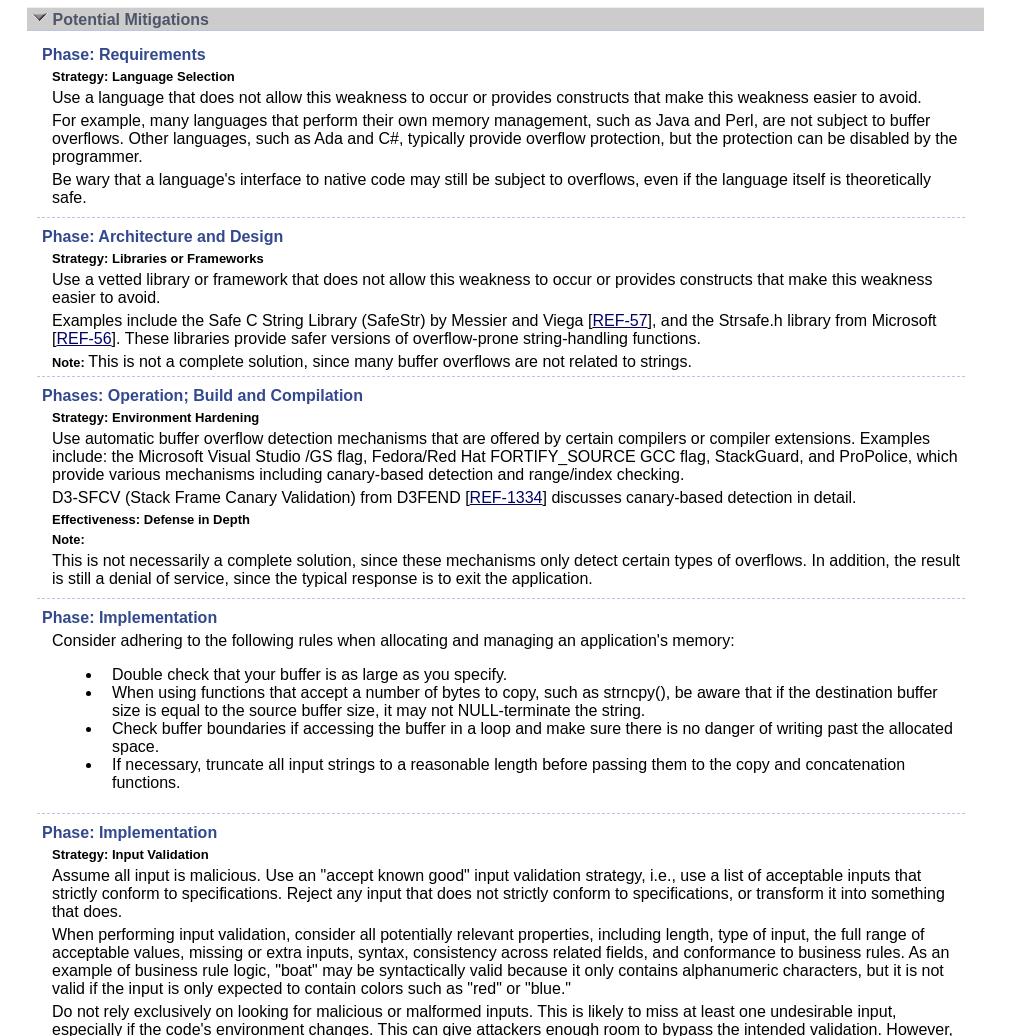  Describe the element at coordinates (491, 188) in the screenshot. I see `'Be wary that a language's interface to native code may still be subject to overflows, even if the language itself is theoretically safe.'` at that location.